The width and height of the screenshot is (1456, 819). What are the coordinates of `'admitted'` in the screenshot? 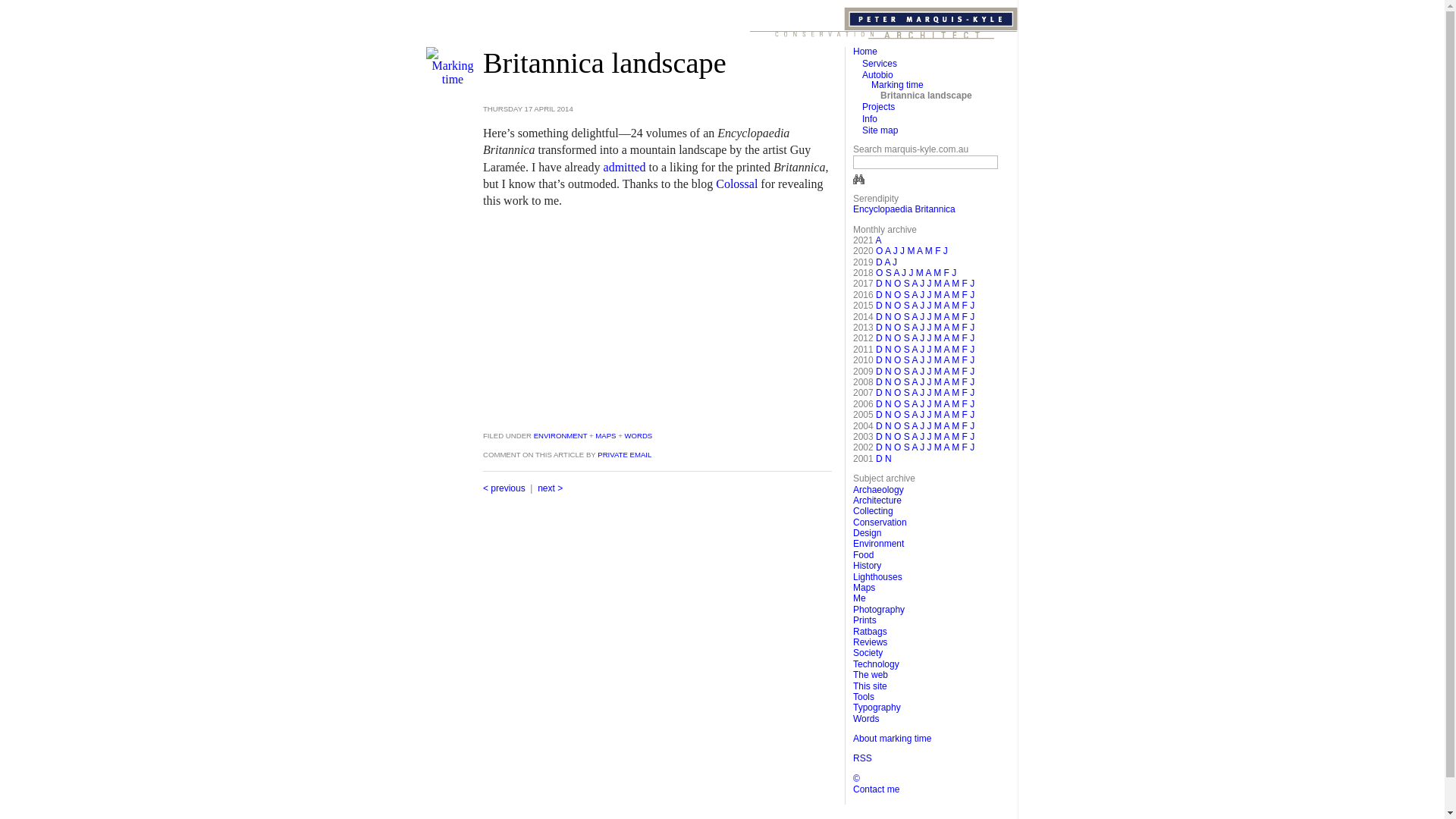 It's located at (625, 167).